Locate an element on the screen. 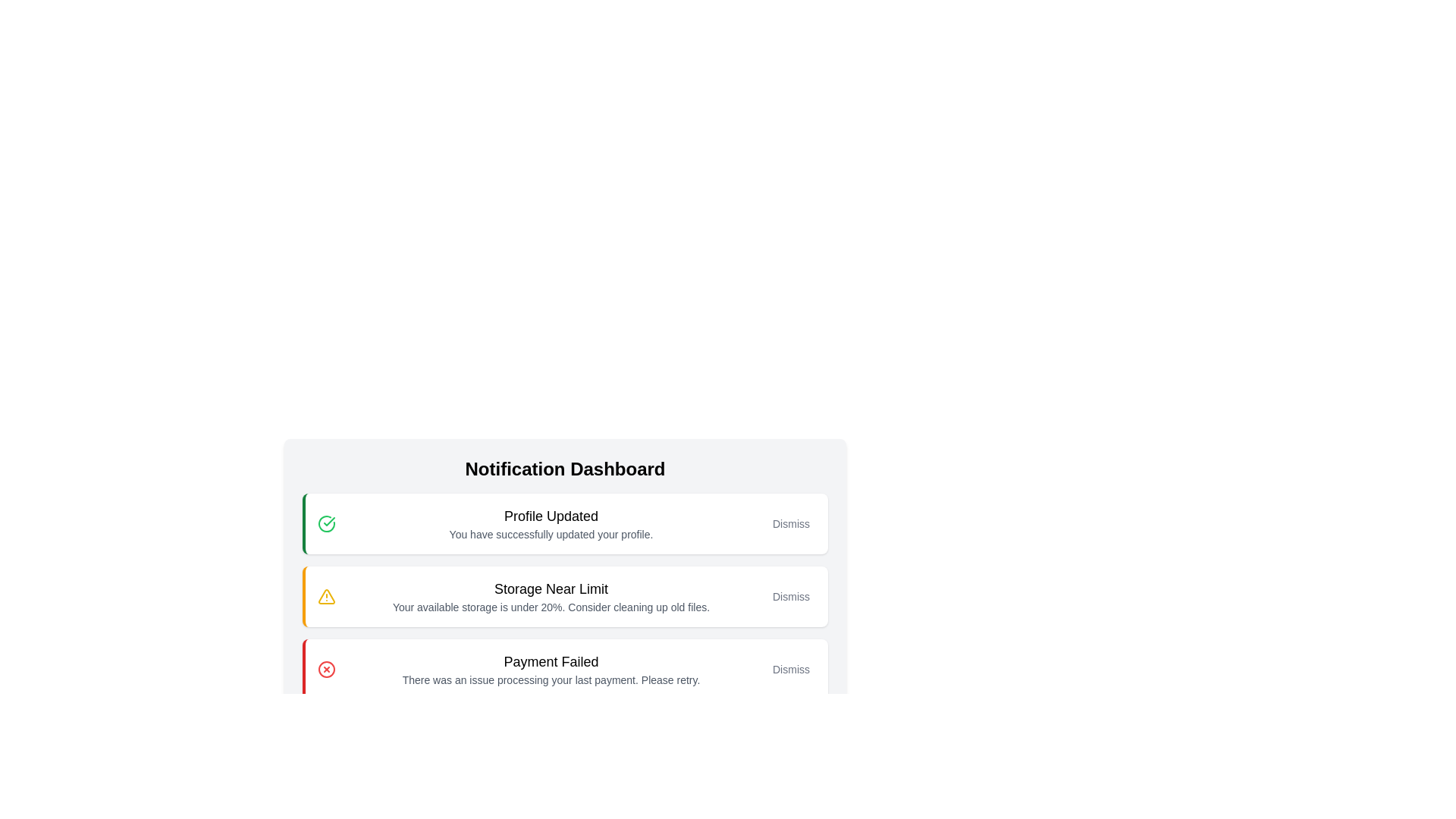  the second notification card in the Notification Dashboard that warns about low storage space is located at coordinates (564, 557).